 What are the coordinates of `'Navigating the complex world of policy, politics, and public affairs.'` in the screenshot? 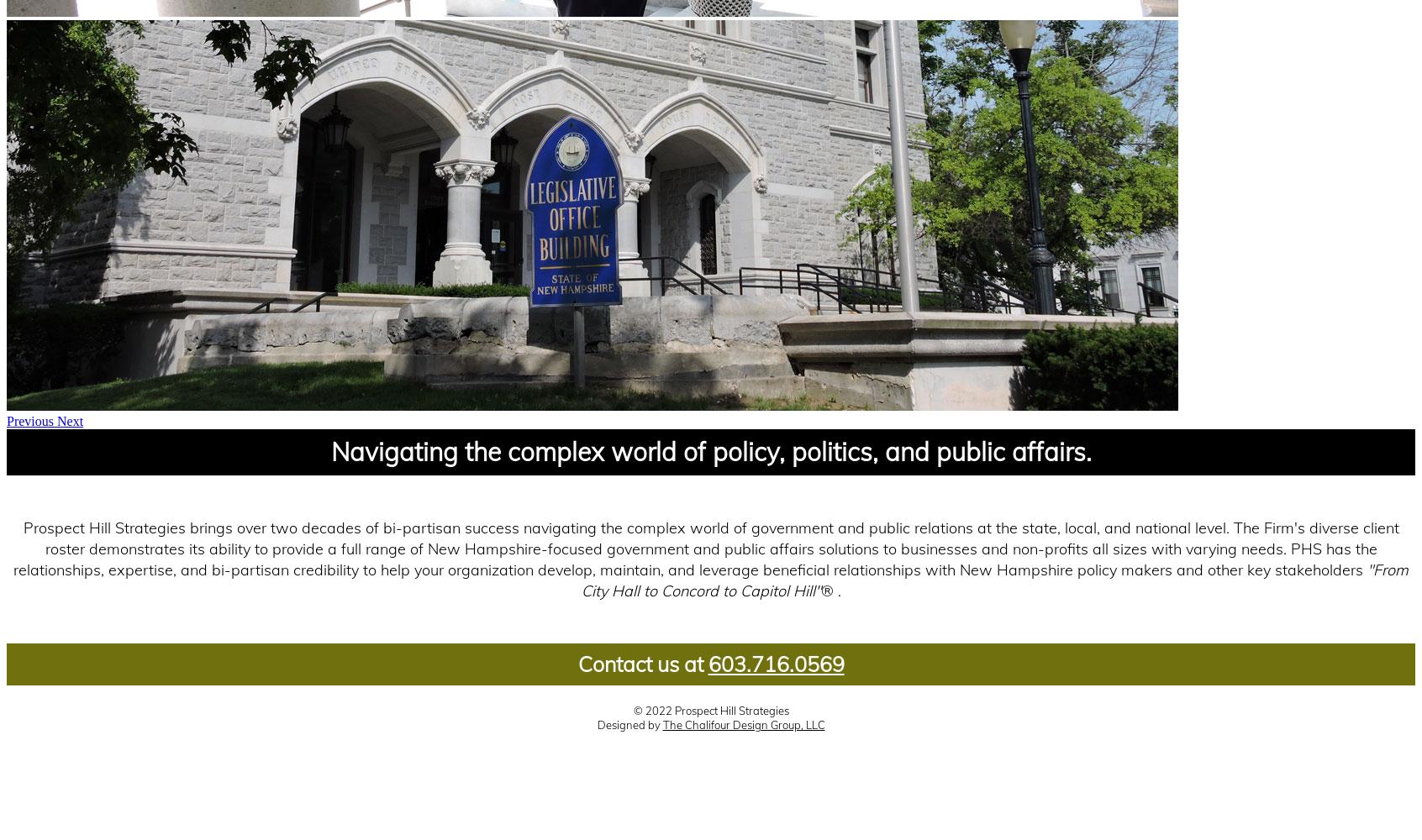 It's located at (710, 452).